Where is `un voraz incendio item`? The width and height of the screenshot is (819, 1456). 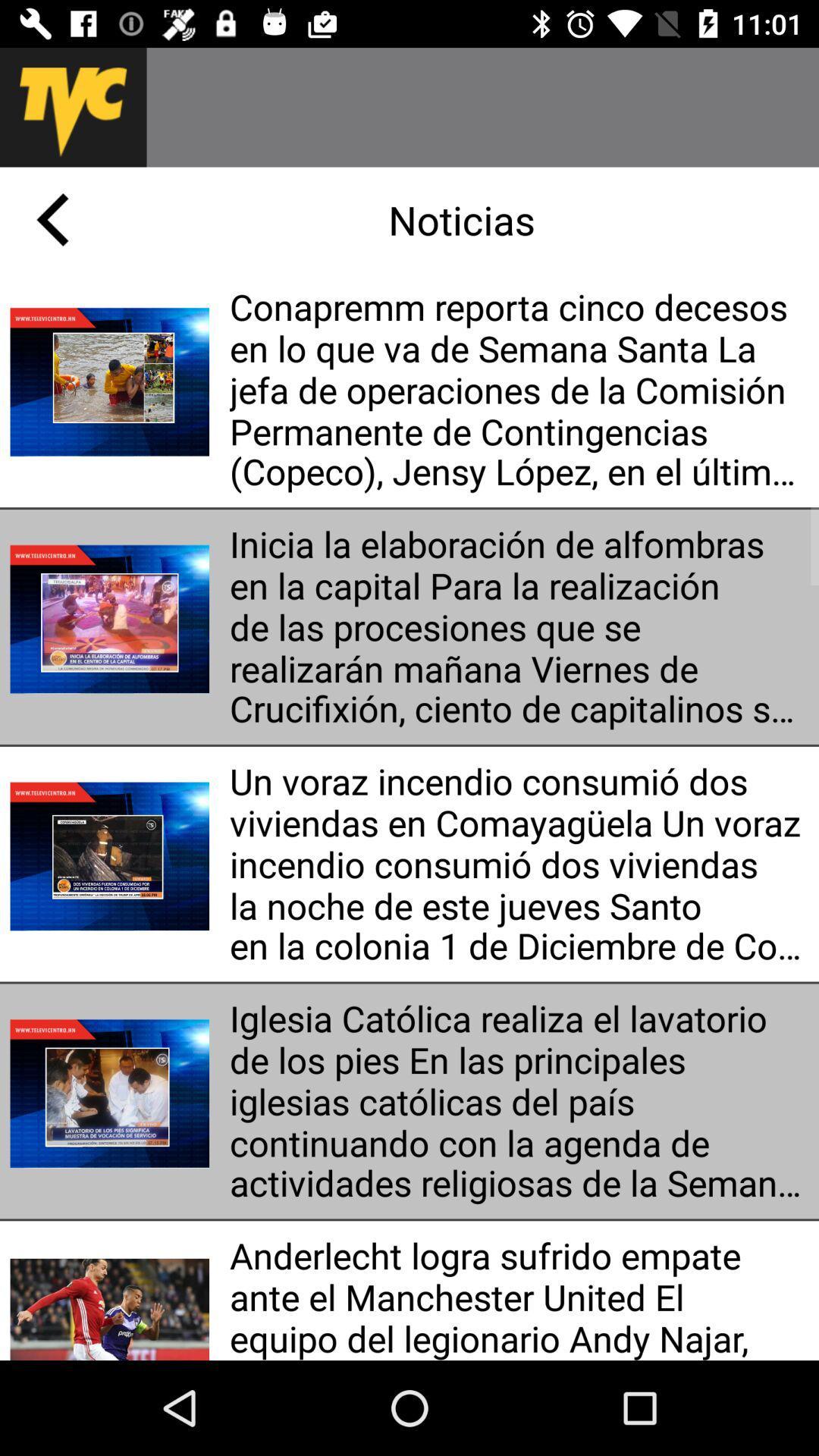 un voraz incendio item is located at coordinates (518, 864).